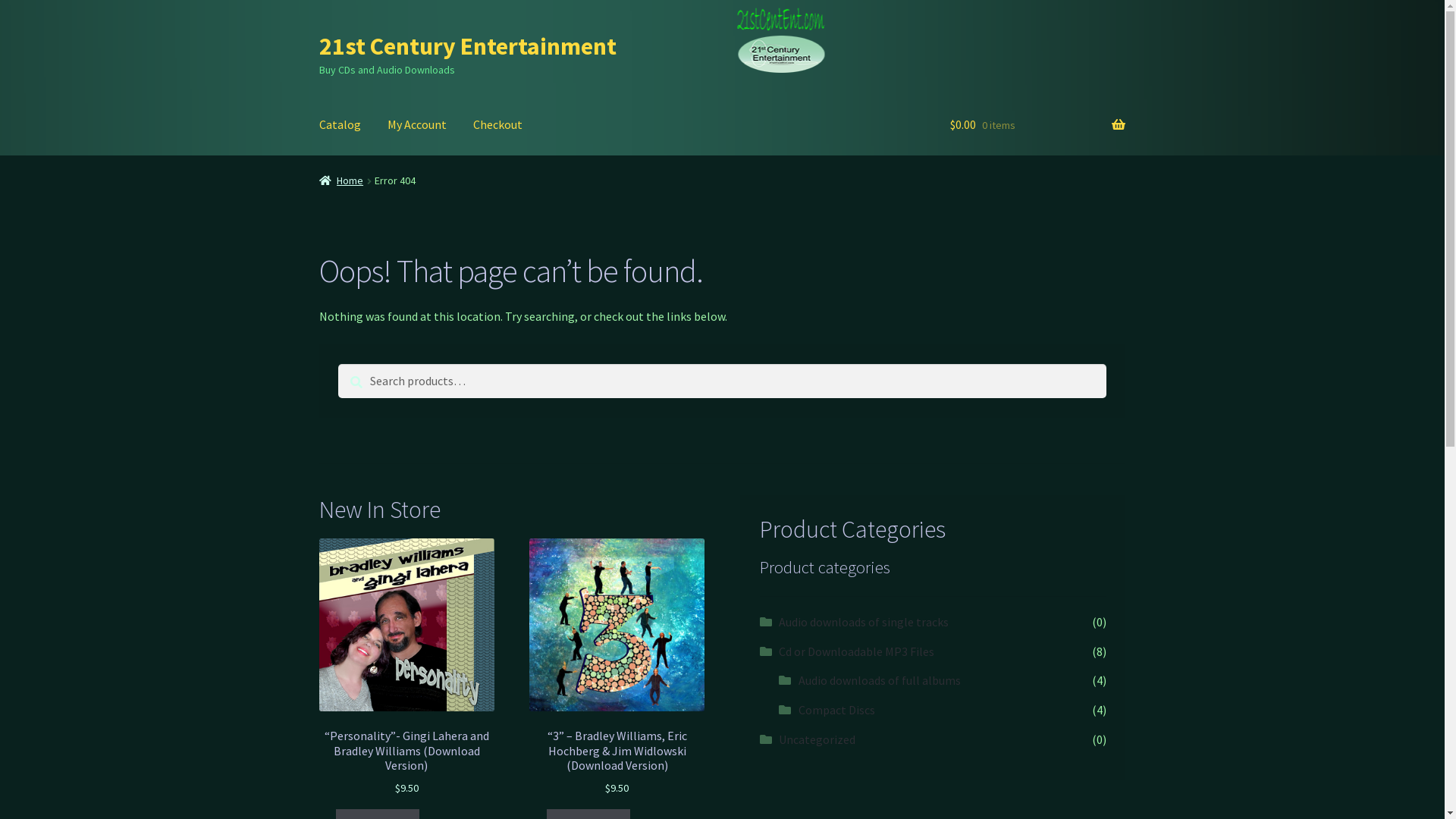 The width and height of the screenshot is (1456, 819). Describe the element at coordinates (339, 124) in the screenshot. I see `'Catalog'` at that location.